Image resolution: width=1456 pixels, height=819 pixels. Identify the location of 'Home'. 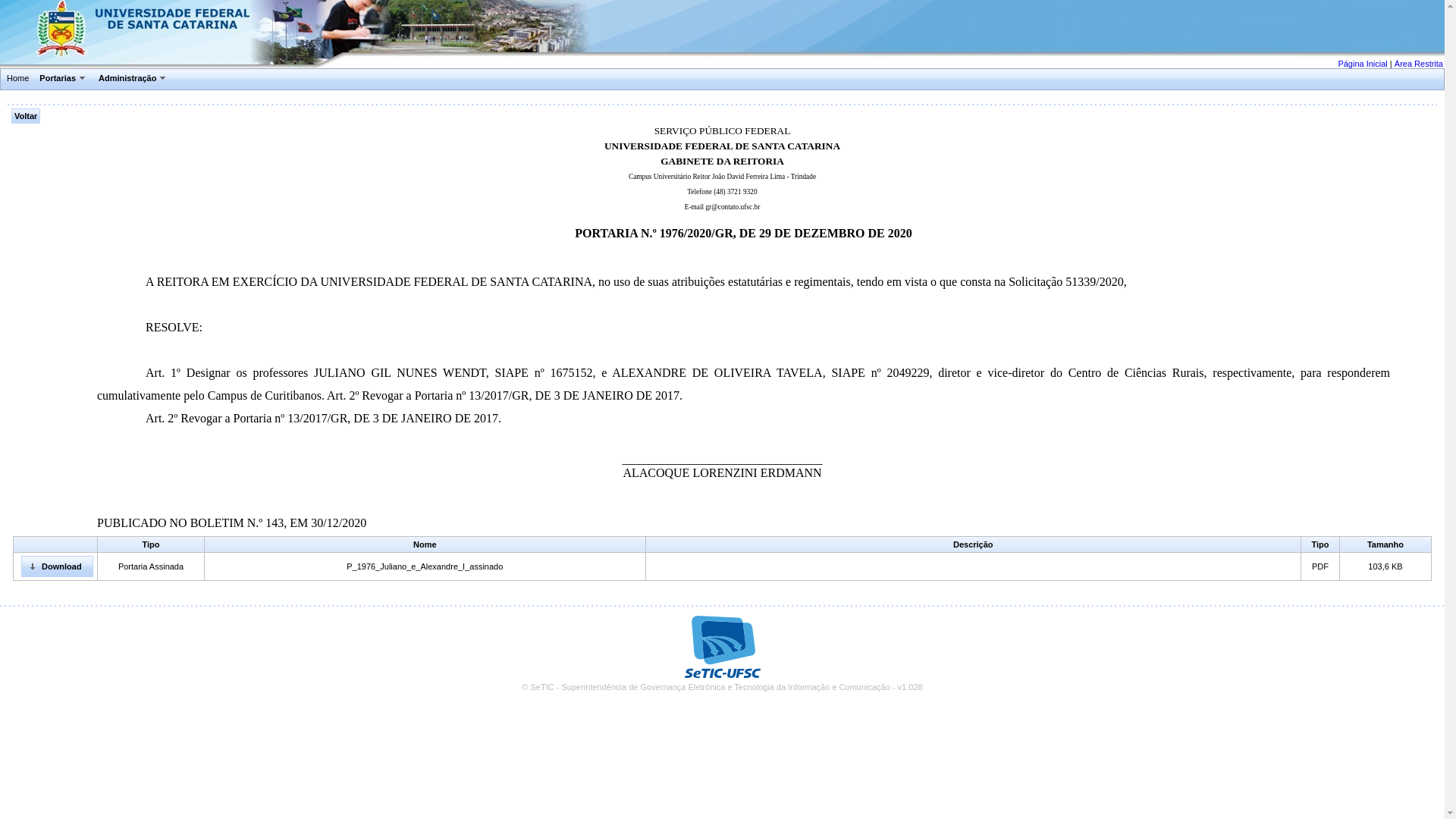
(3, 79).